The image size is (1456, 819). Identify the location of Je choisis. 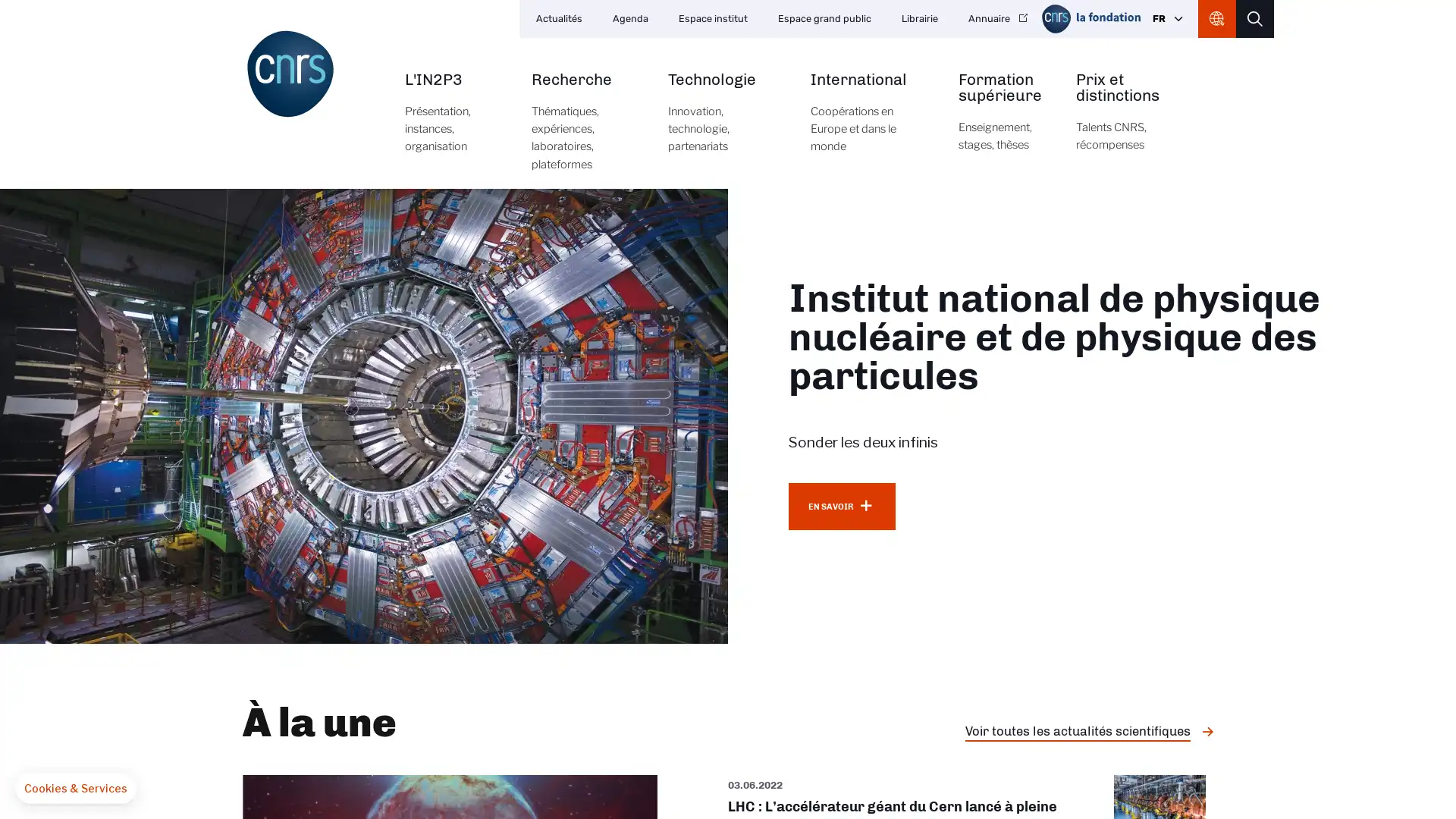
(174, 742).